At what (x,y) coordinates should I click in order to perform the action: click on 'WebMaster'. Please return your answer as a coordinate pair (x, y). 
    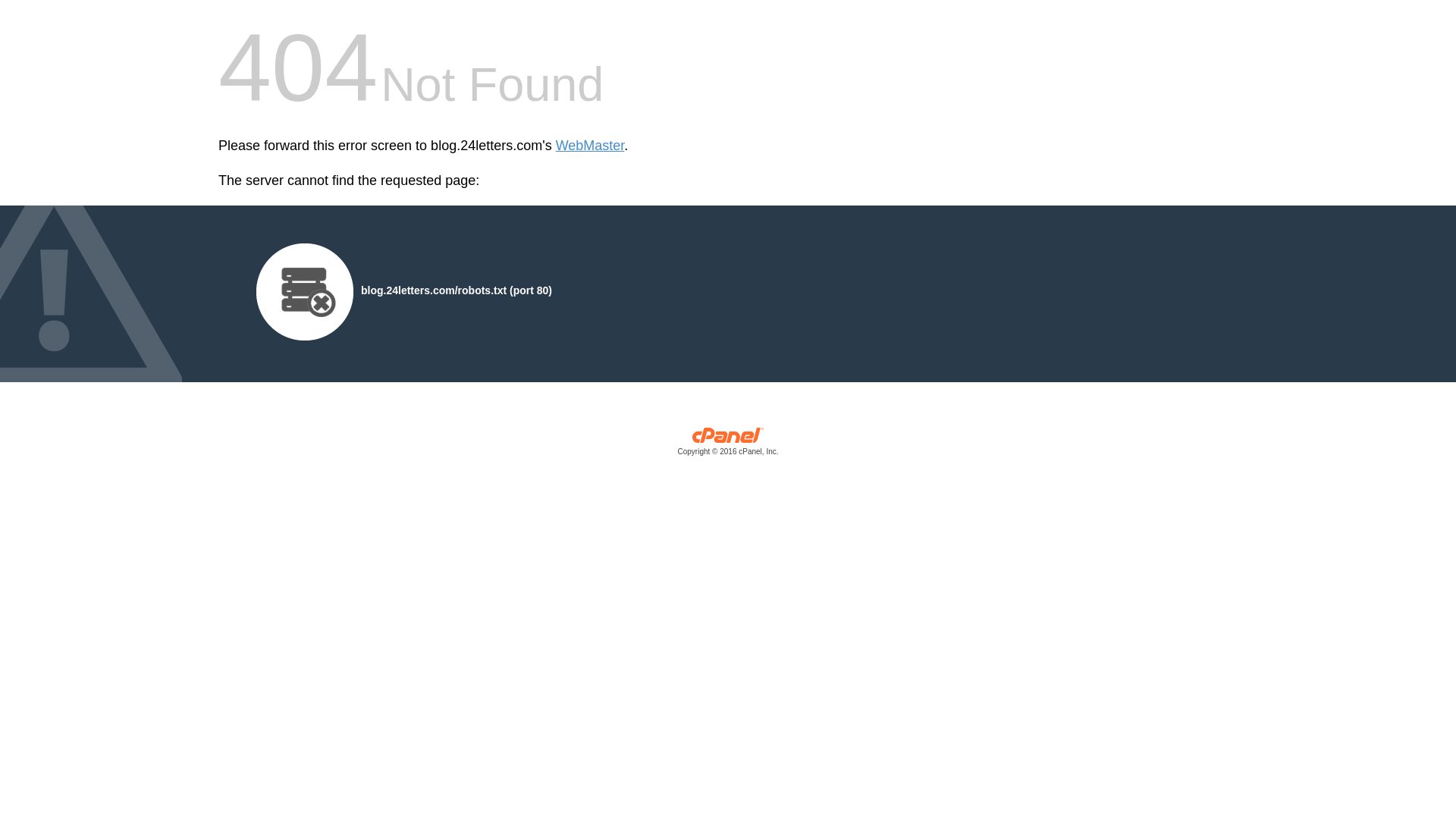
    Looking at the image, I should click on (555, 146).